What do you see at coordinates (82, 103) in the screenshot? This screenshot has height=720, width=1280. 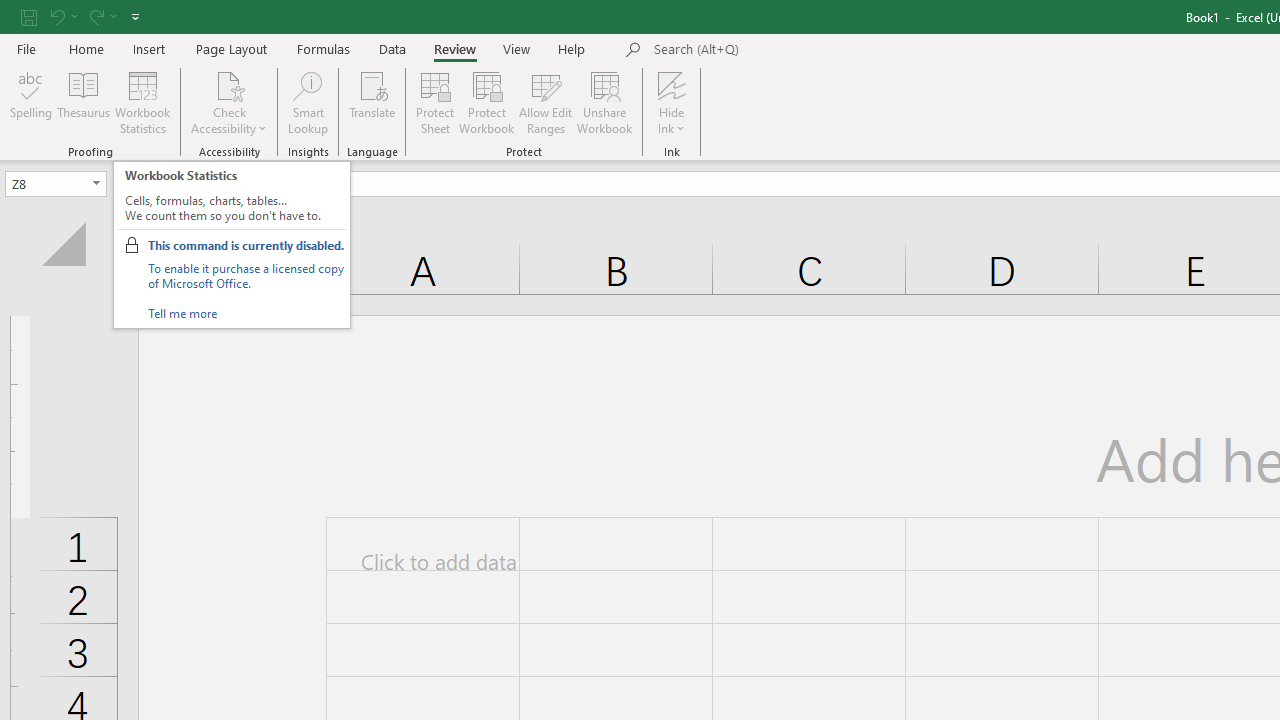 I see `'Thesaurus...'` at bounding box center [82, 103].